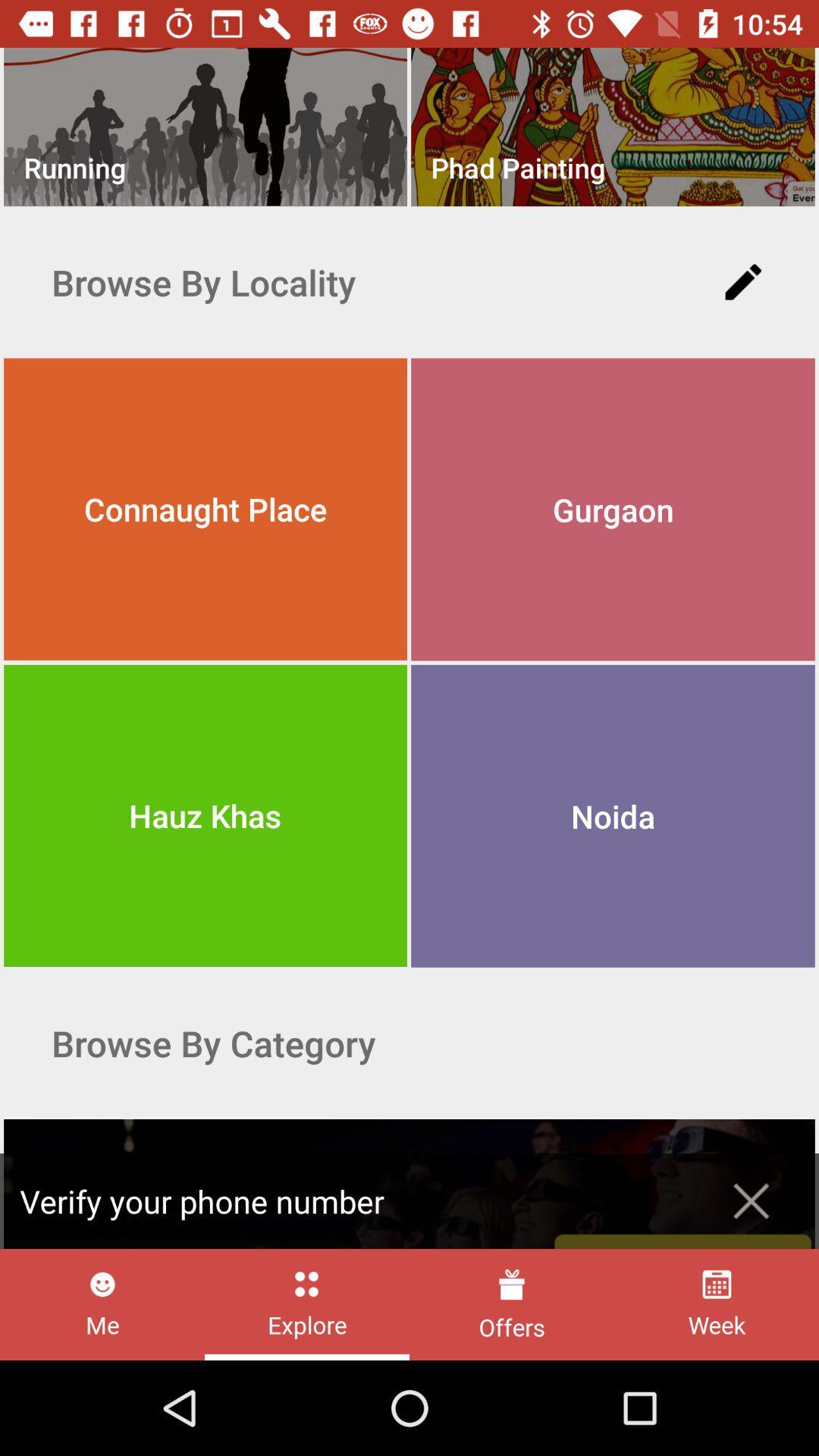 The image size is (819, 1456). What do you see at coordinates (717, 1304) in the screenshot?
I see `the week item` at bounding box center [717, 1304].